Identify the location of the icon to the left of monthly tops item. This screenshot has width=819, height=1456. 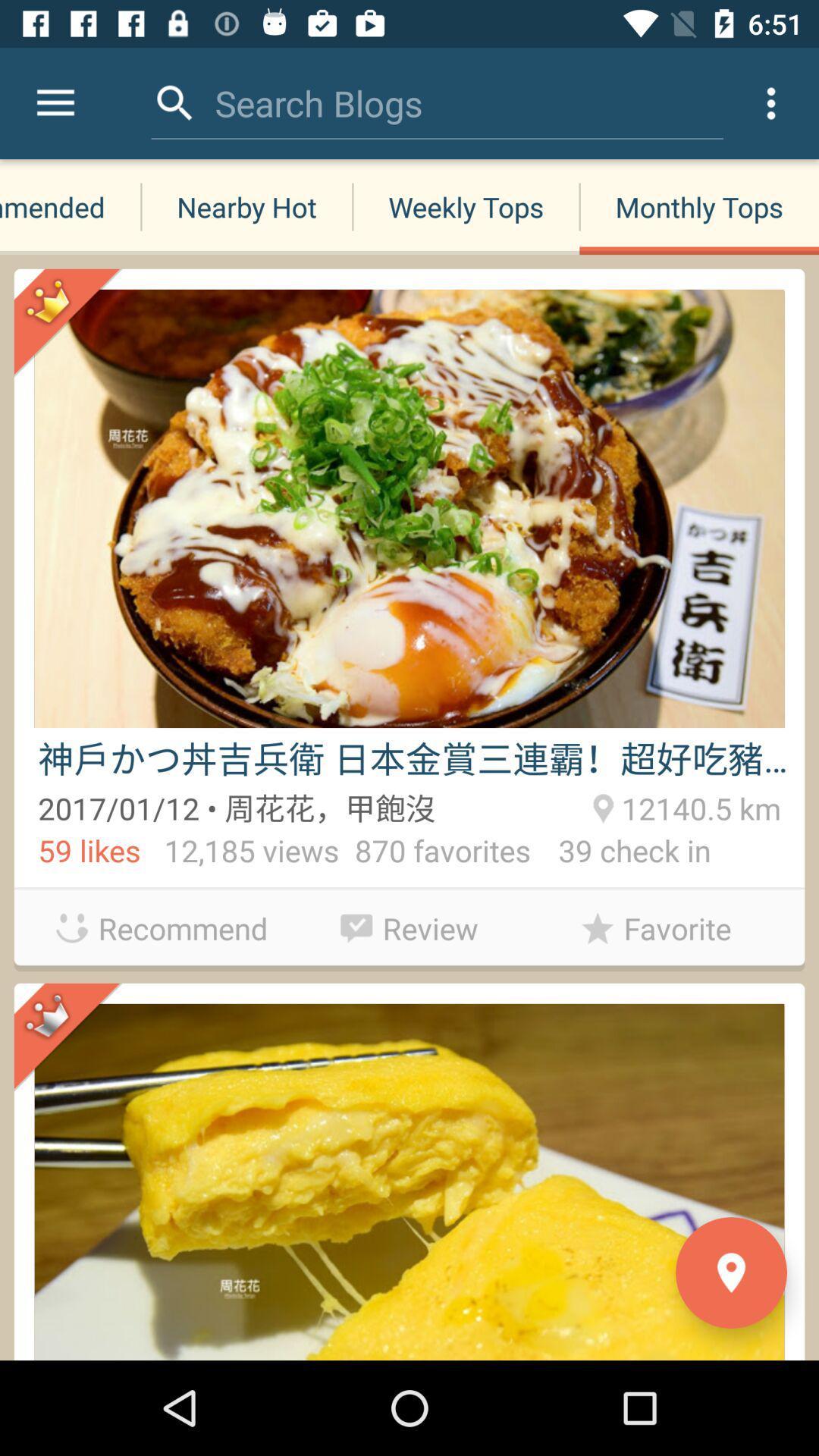
(318, 102).